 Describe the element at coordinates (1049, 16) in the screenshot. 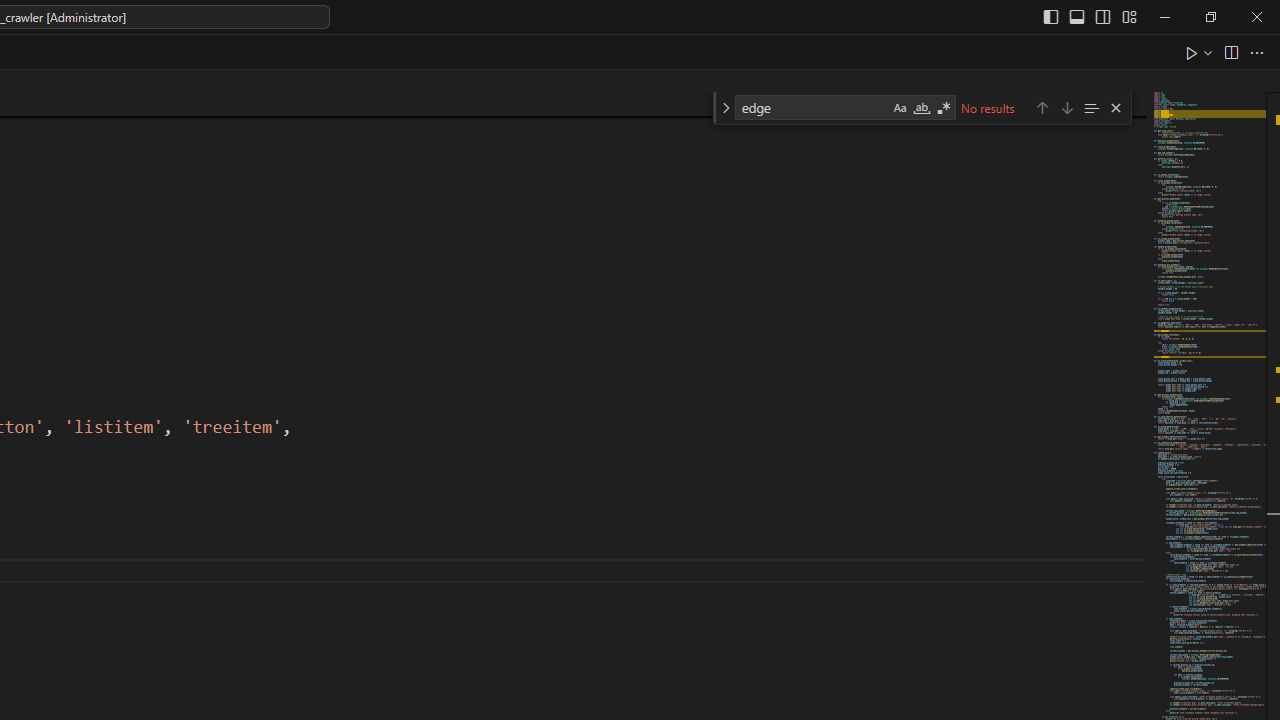

I see `'Toggle Primary Side Bar (Ctrl+B)'` at that location.